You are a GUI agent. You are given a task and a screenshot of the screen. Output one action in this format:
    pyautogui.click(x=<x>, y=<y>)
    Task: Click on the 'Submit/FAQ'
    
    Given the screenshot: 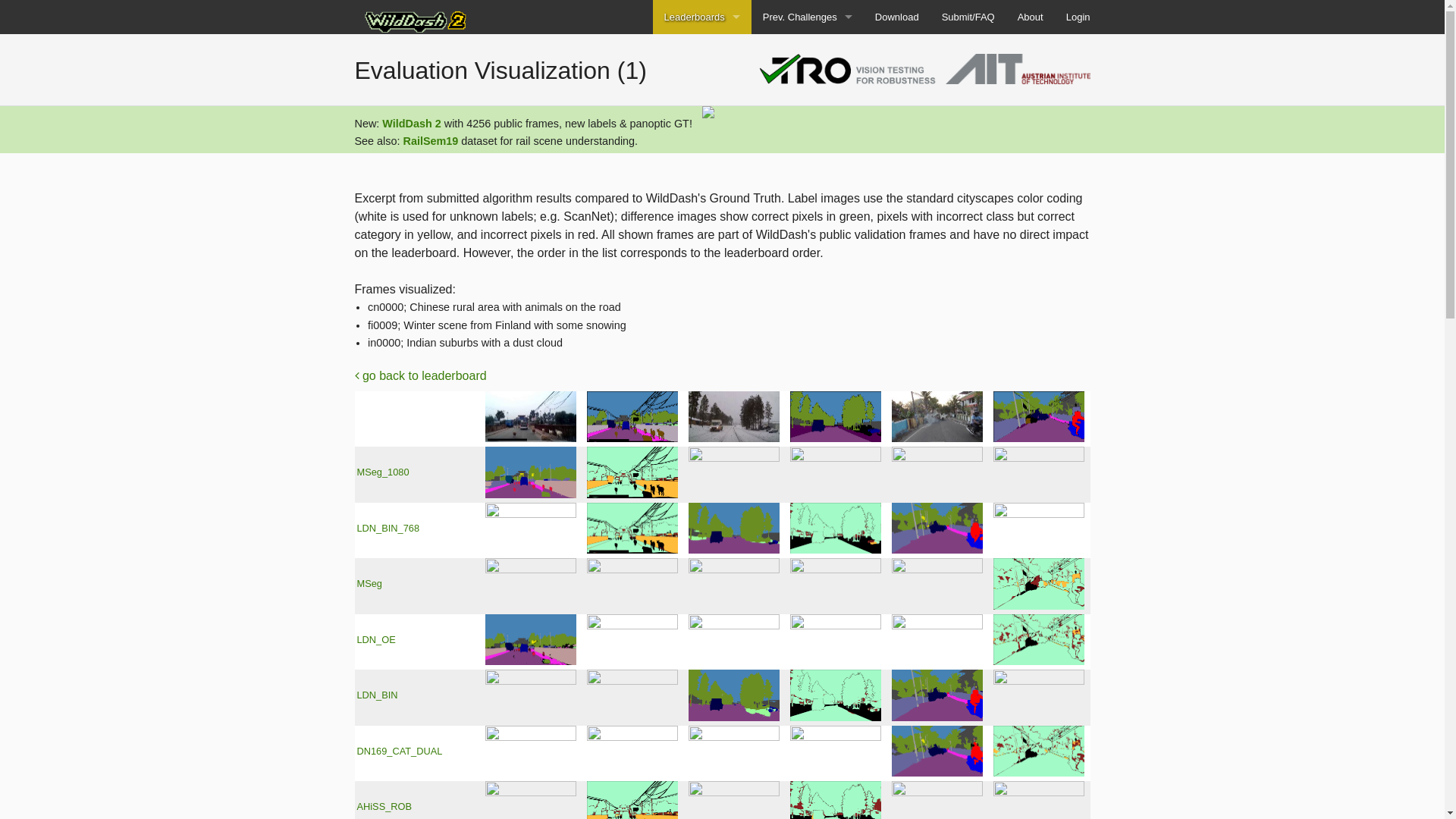 What is the action you would take?
    pyautogui.click(x=967, y=17)
    